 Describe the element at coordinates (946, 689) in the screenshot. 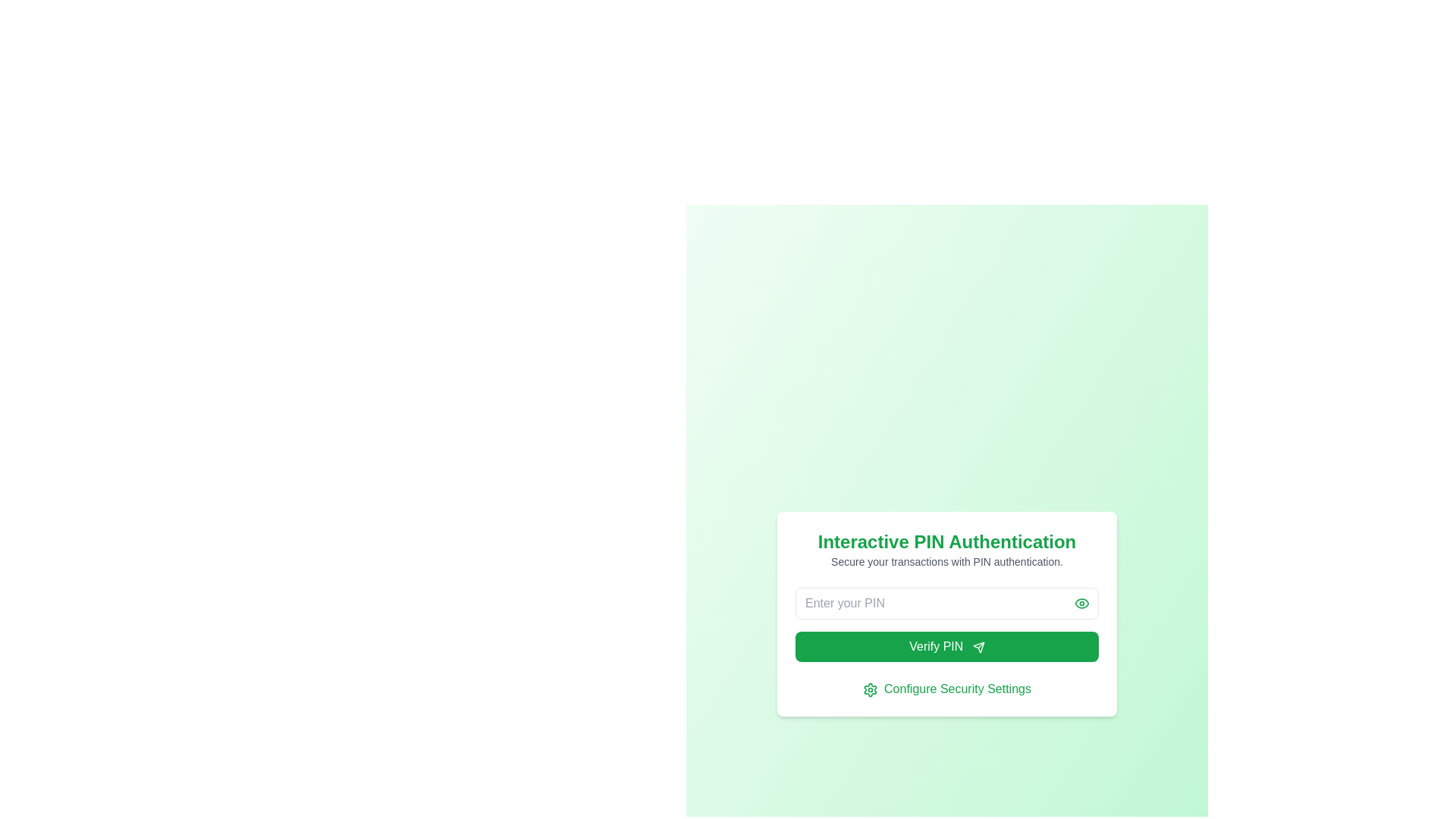

I see `the text label 'Configure Security Settings' with the gear icon, located at the bottom of the 'Interactive PIN Authentication' box, which is the last element under the 'Verify PIN' button` at that location.